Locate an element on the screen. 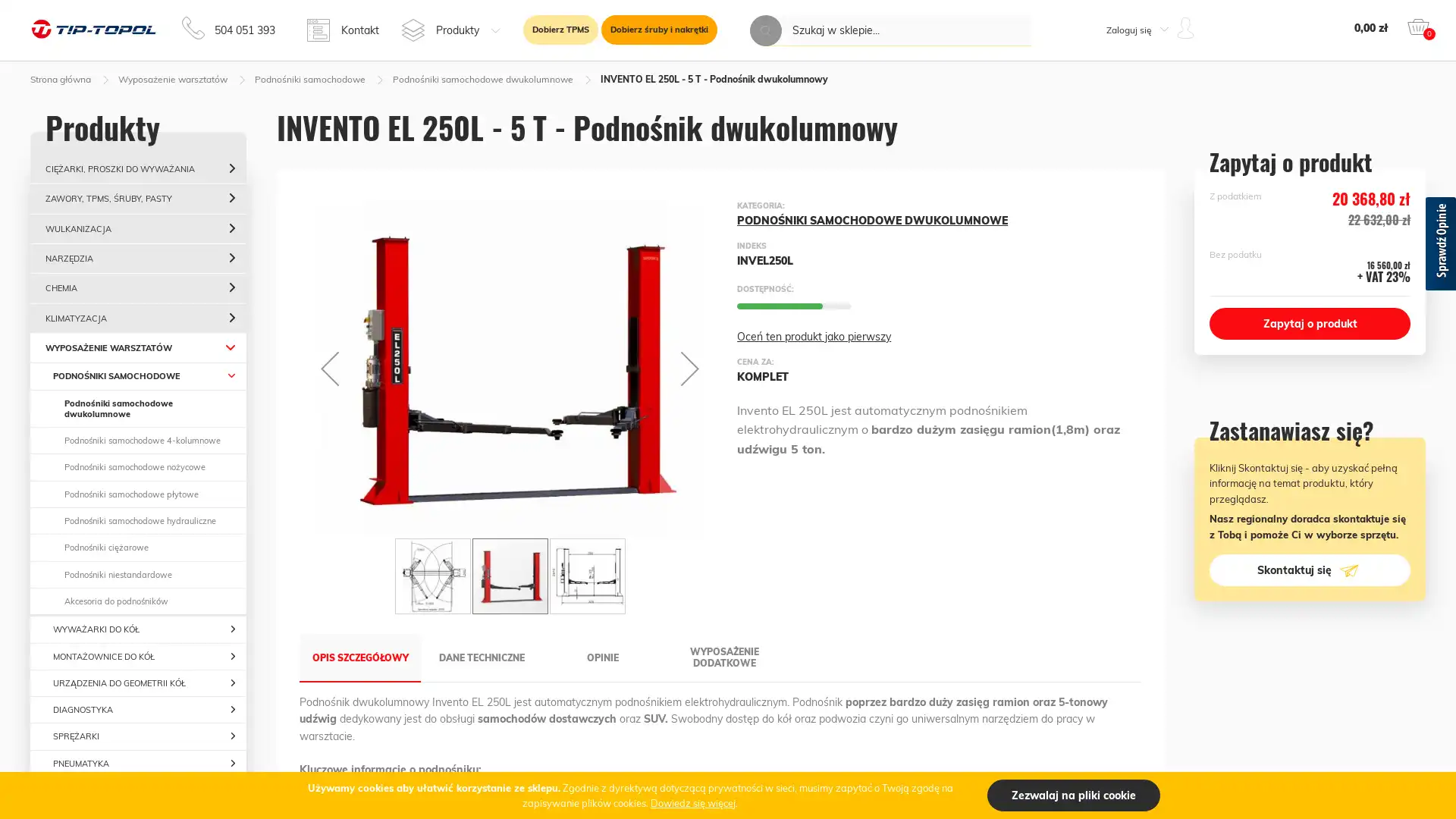 This screenshot has width=1456, height=819. INVENTO EL 250L - 5 T - Podnosnik dwukolumnowy is located at coordinates (585, 576).